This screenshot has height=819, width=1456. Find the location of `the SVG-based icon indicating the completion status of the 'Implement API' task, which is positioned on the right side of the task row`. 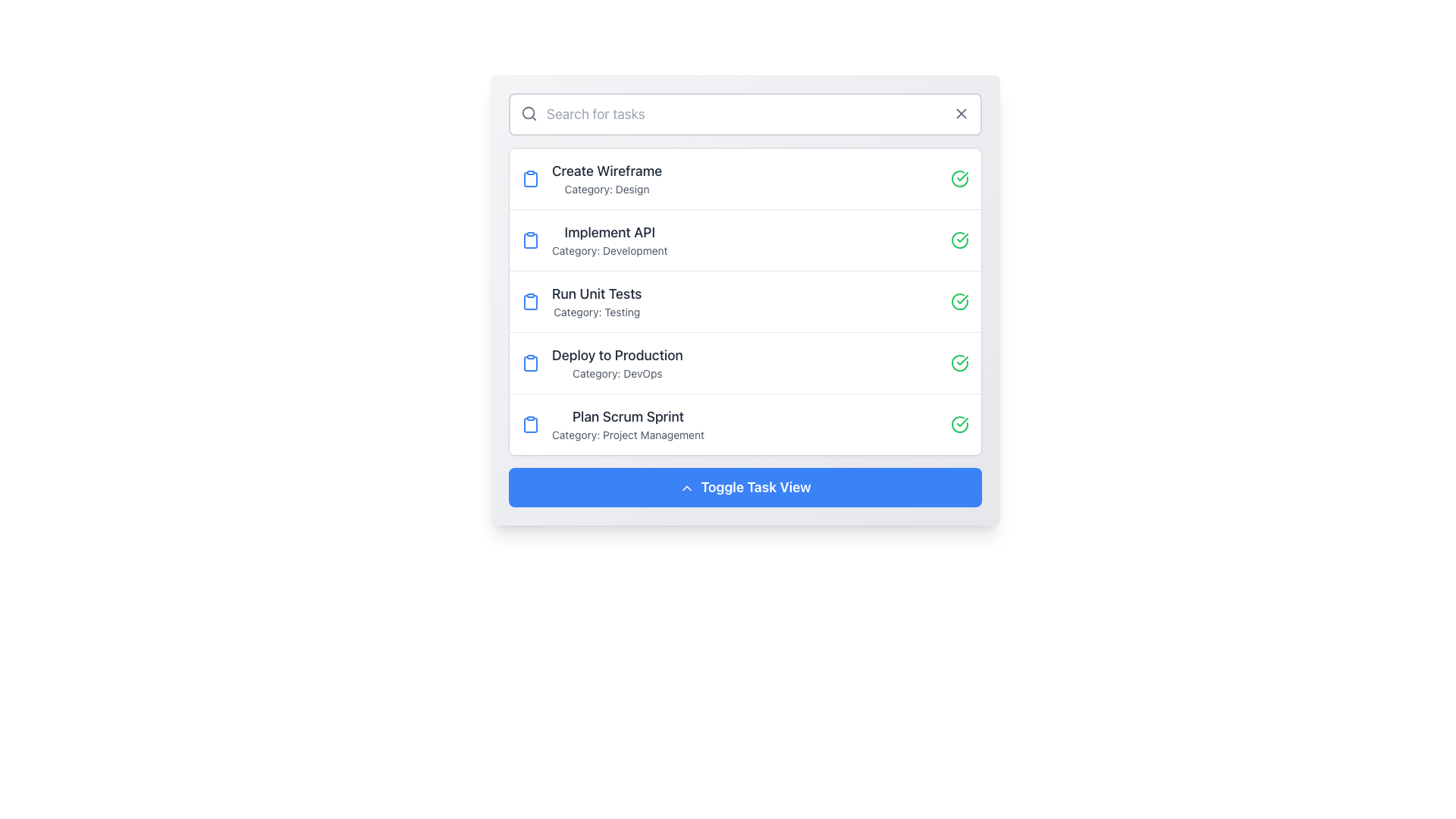

the SVG-based icon indicating the completion status of the 'Implement API' task, which is positioned on the right side of the task row is located at coordinates (959, 239).